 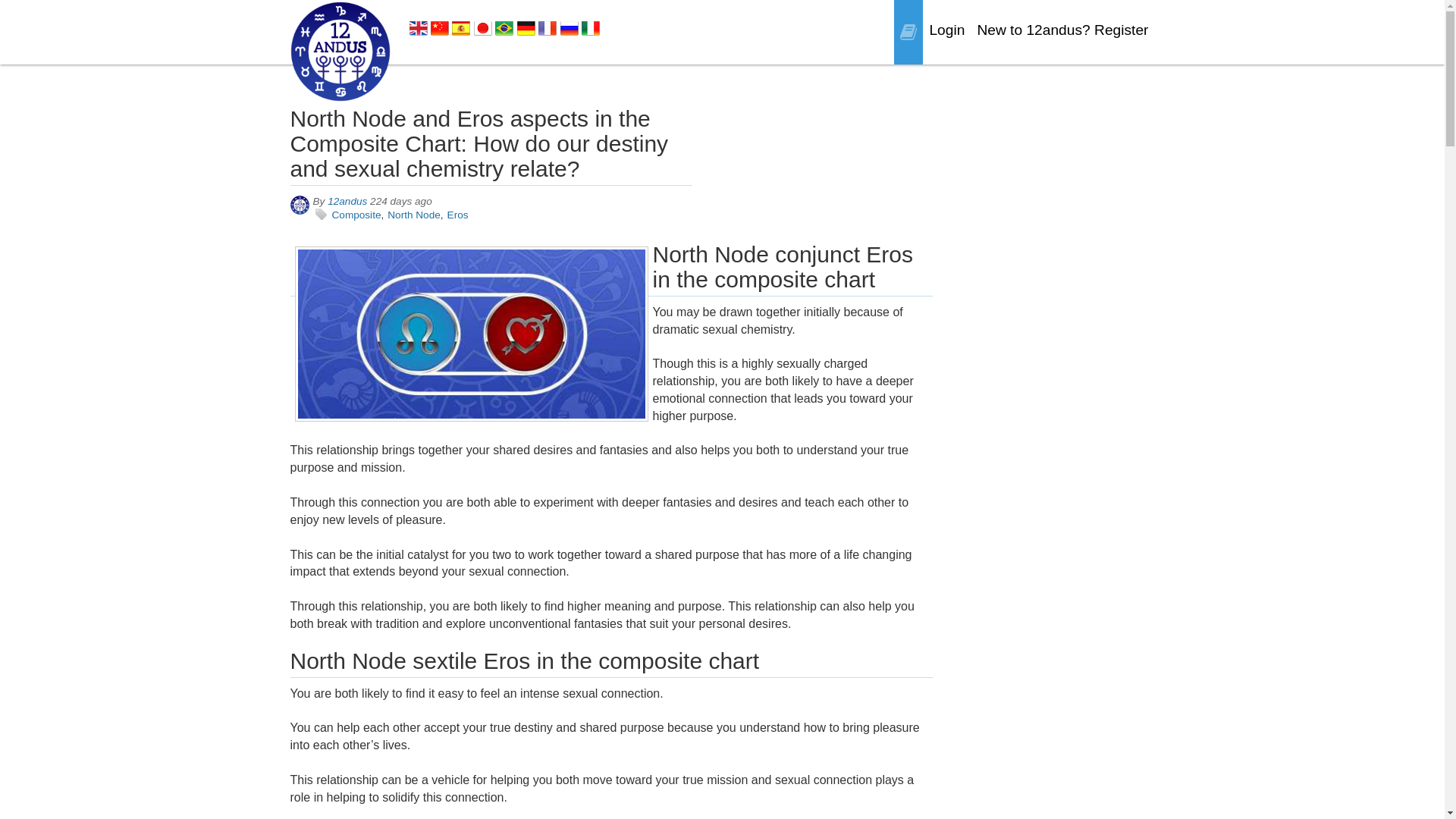 I want to click on 'New to 12andus? Register', so click(x=1062, y=30).